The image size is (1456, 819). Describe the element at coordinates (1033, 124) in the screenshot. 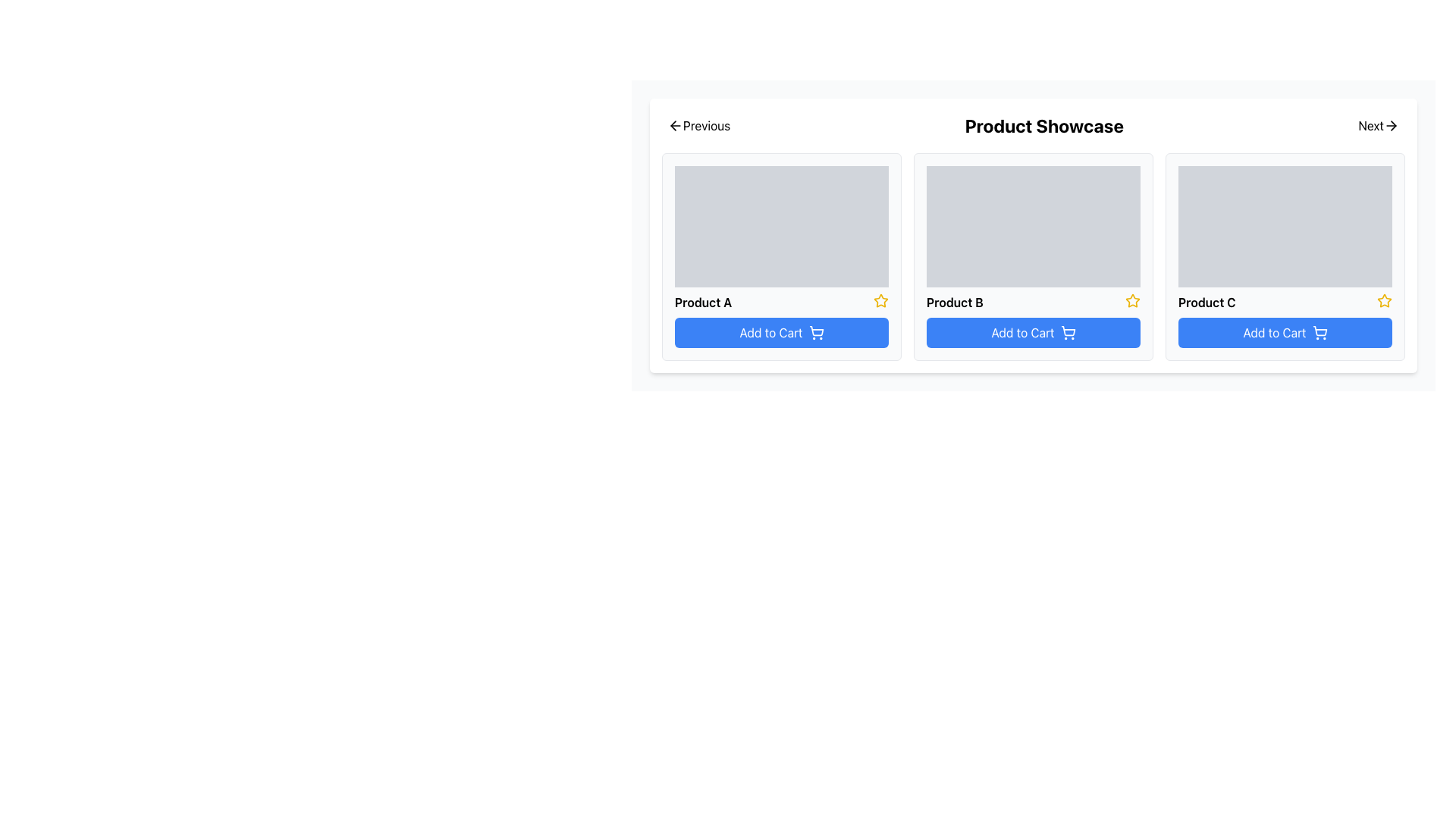

I see `title 'Product Showcase' from the top section of the card layout, which is centered in the composite UI element containing navigation buttons` at that location.